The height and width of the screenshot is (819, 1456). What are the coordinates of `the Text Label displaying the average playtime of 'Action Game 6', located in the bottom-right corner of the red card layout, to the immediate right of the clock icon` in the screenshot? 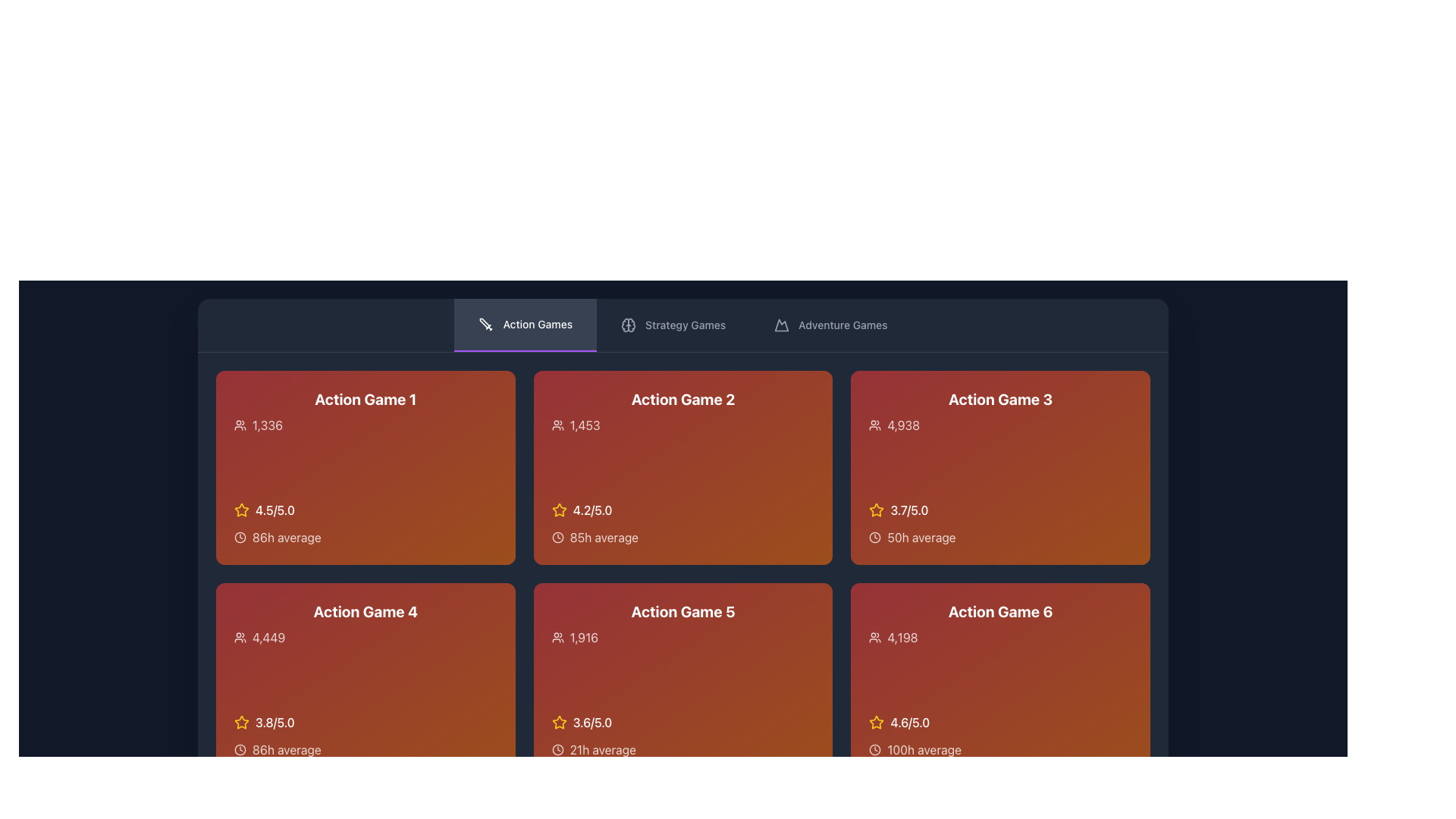 It's located at (924, 748).